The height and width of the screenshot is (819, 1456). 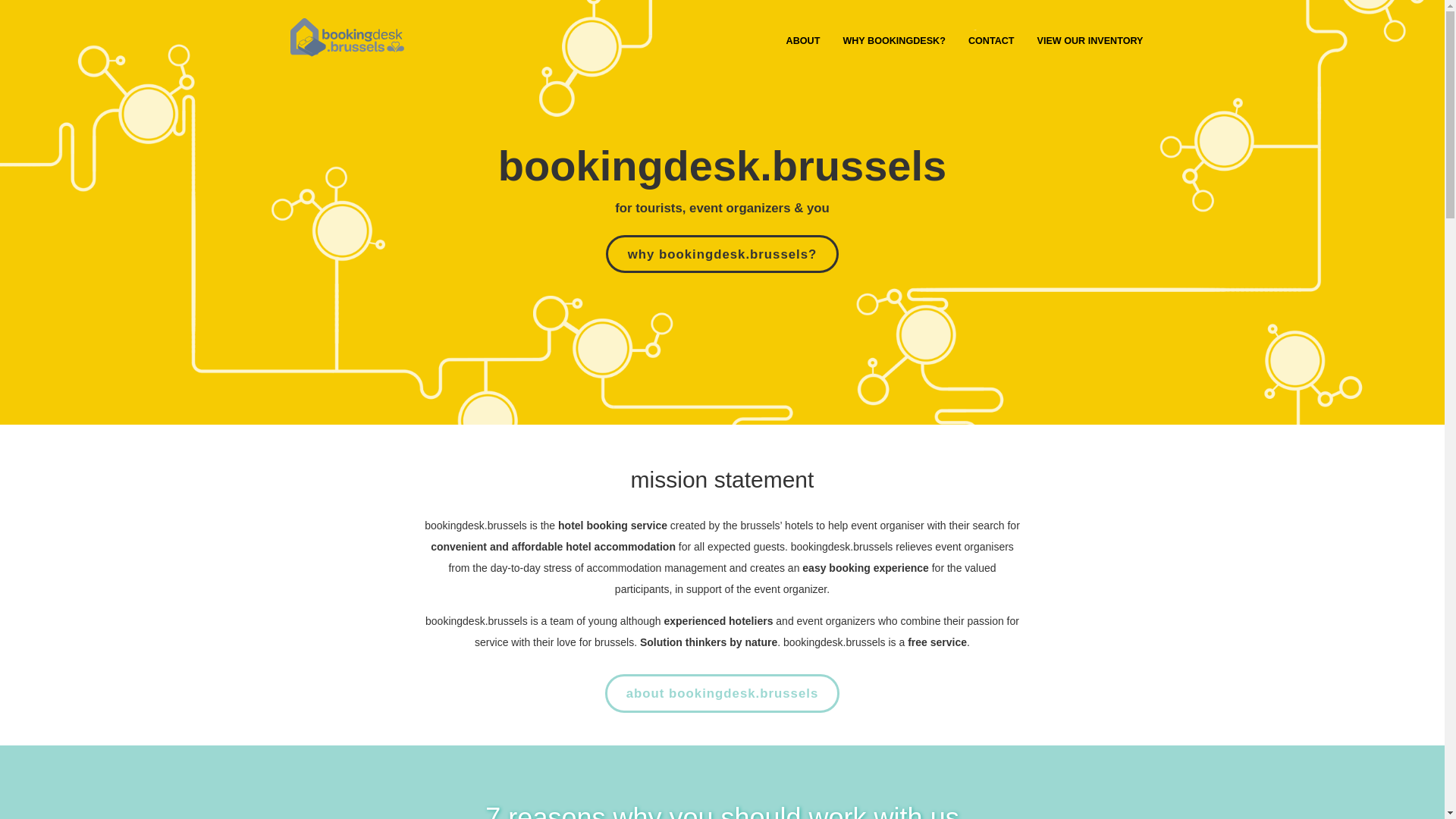 What do you see at coordinates (775, 40) in the screenshot?
I see `'ABOUT'` at bounding box center [775, 40].